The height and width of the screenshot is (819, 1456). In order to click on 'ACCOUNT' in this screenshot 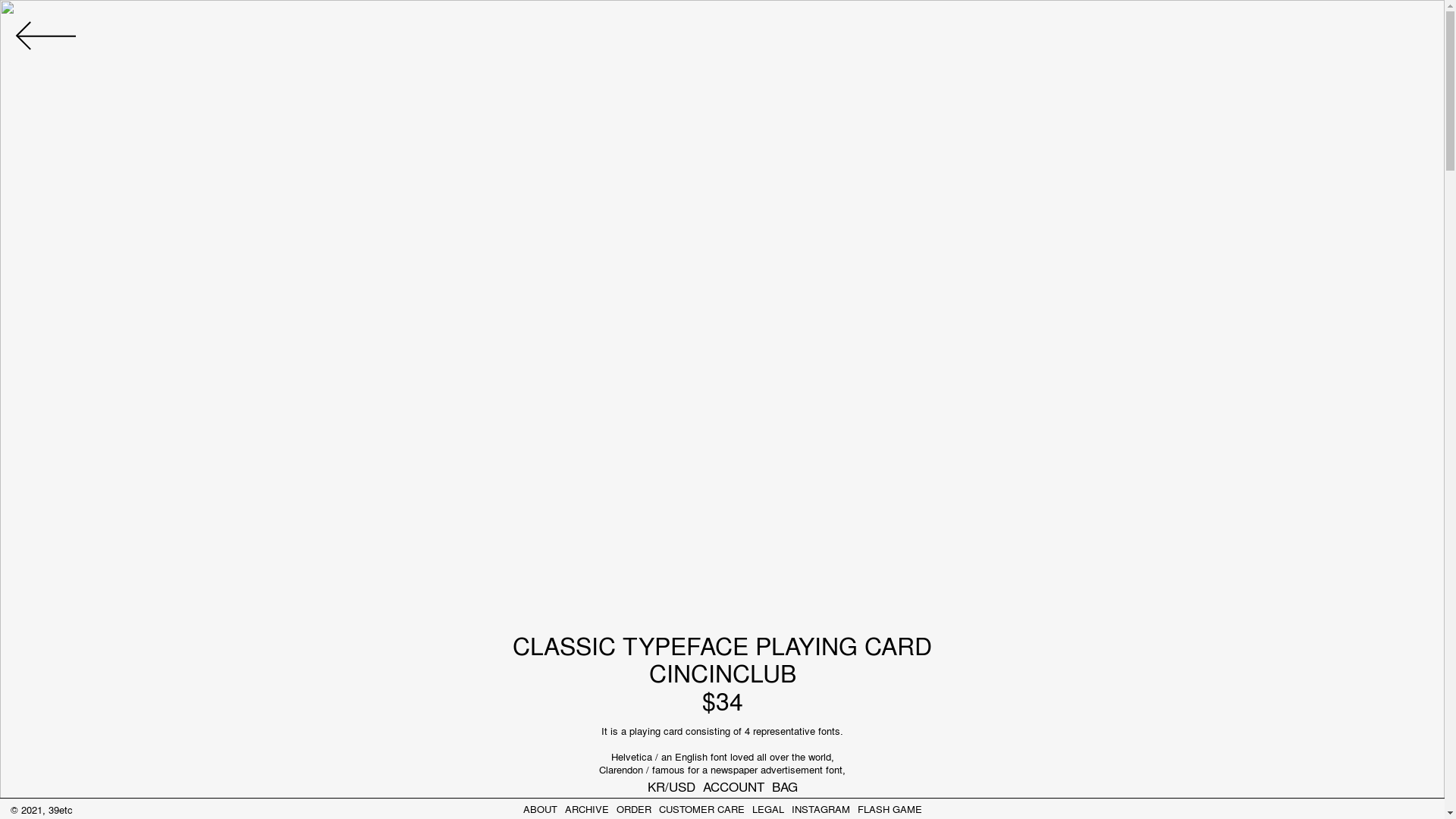, I will do `click(701, 785)`.